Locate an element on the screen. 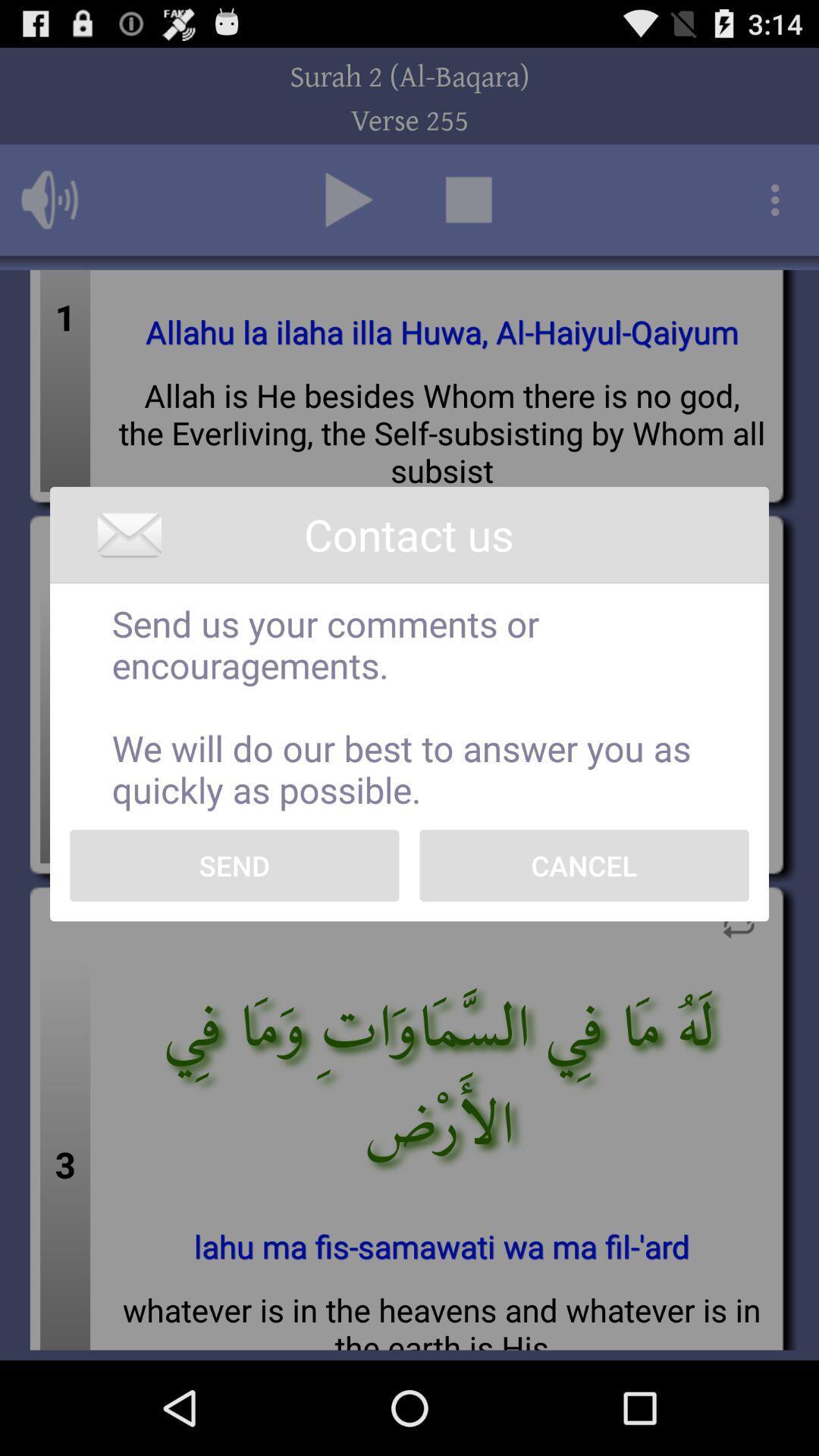 This screenshot has width=819, height=1456. the send us your item is located at coordinates (409, 705).